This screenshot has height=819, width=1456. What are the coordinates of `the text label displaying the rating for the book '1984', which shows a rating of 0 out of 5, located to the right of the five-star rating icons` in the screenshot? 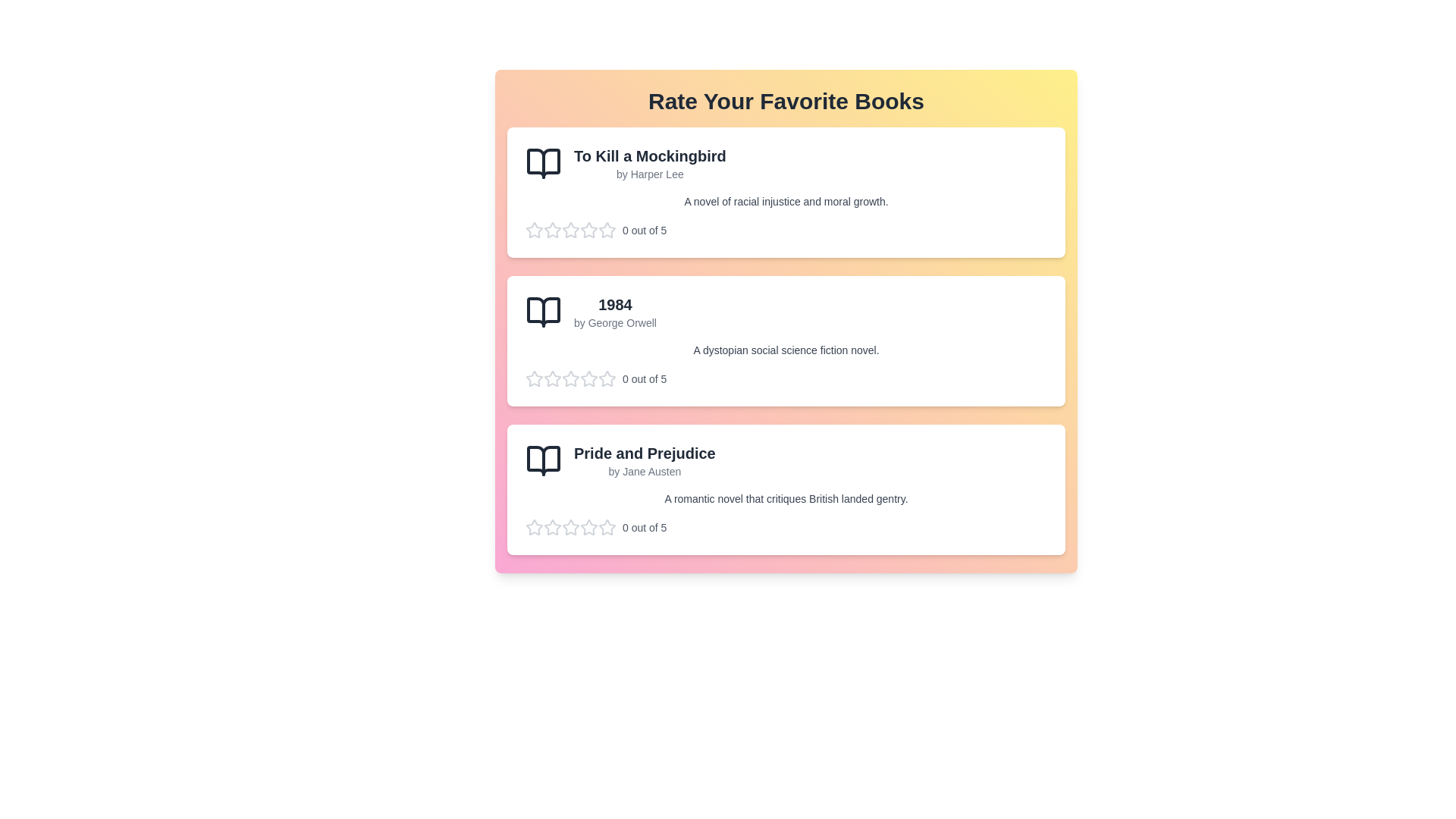 It's located at (645, 378).